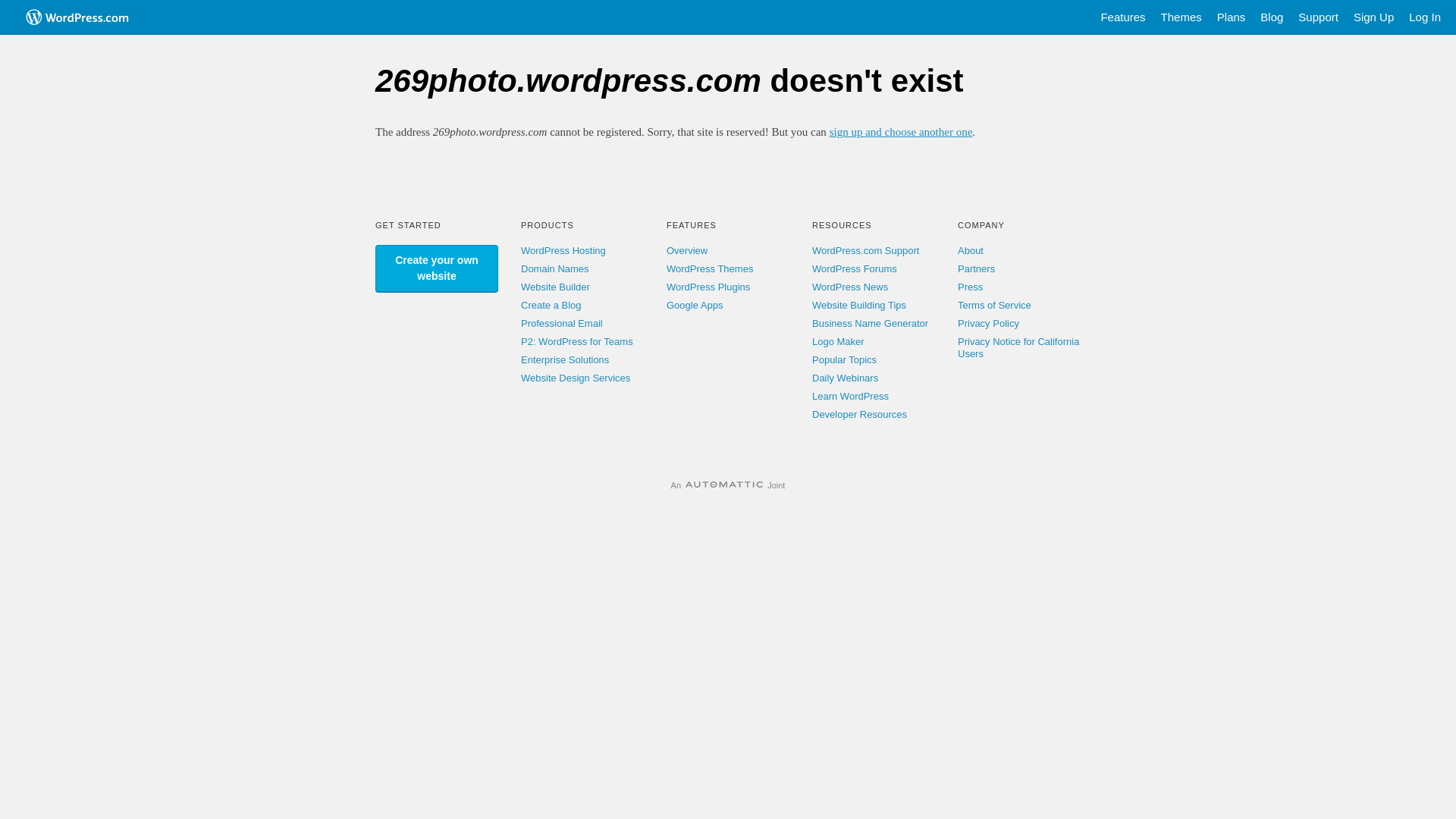 This screenshot has height=819, width=1456. What do you see at coordinates (1231, 17) in the screenshot?
I see `'Plans'` at bounding box center [1231, 17].